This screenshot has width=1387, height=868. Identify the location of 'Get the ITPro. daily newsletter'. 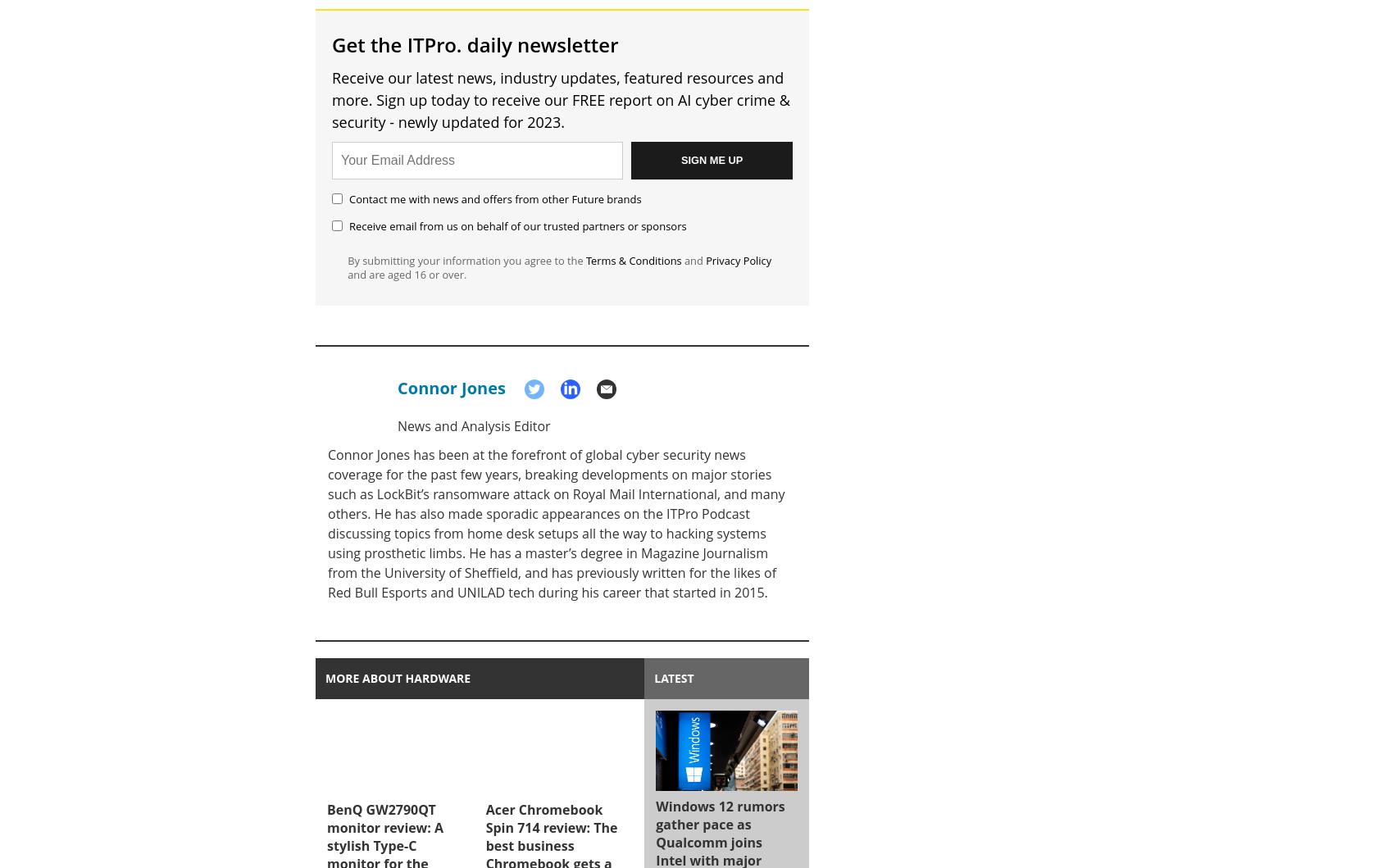
(474, 43).